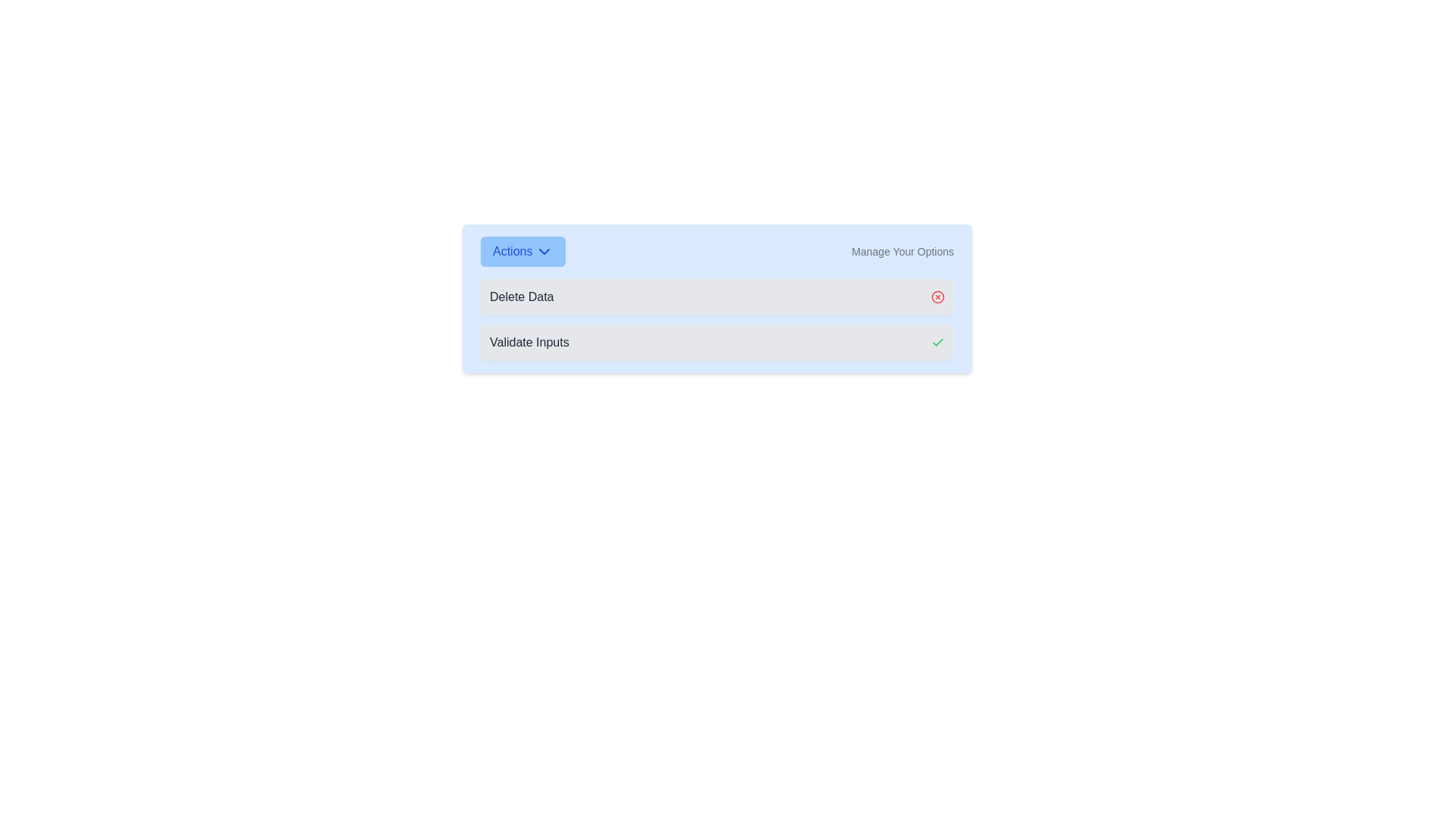 The width and height of the screenshot is (1456, 819). I want to click on the close or delete button-like icon located to the right of the 'Delete Data' option in the interface menu, so click(937, 297).